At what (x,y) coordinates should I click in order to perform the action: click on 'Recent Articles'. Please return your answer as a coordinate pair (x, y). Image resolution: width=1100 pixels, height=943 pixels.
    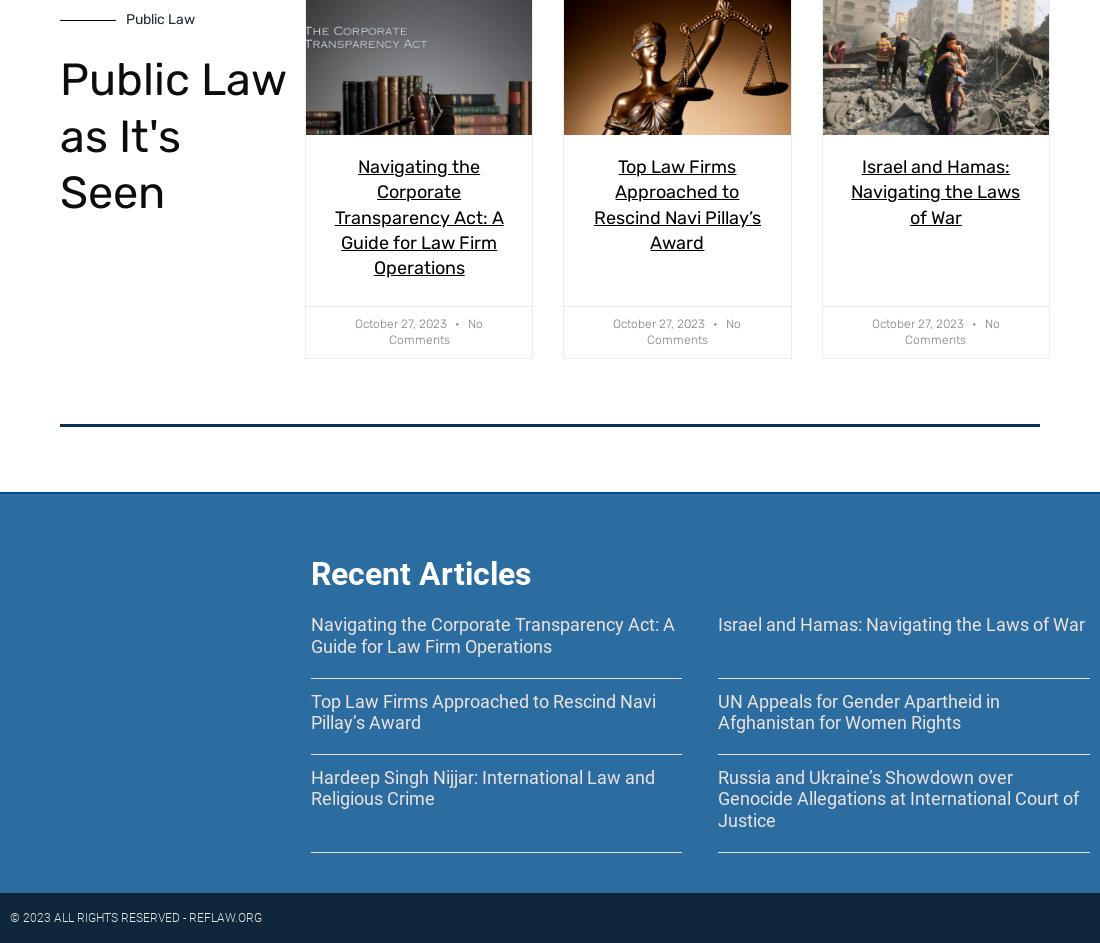
    Looking at the image, I should click on (308, 574).